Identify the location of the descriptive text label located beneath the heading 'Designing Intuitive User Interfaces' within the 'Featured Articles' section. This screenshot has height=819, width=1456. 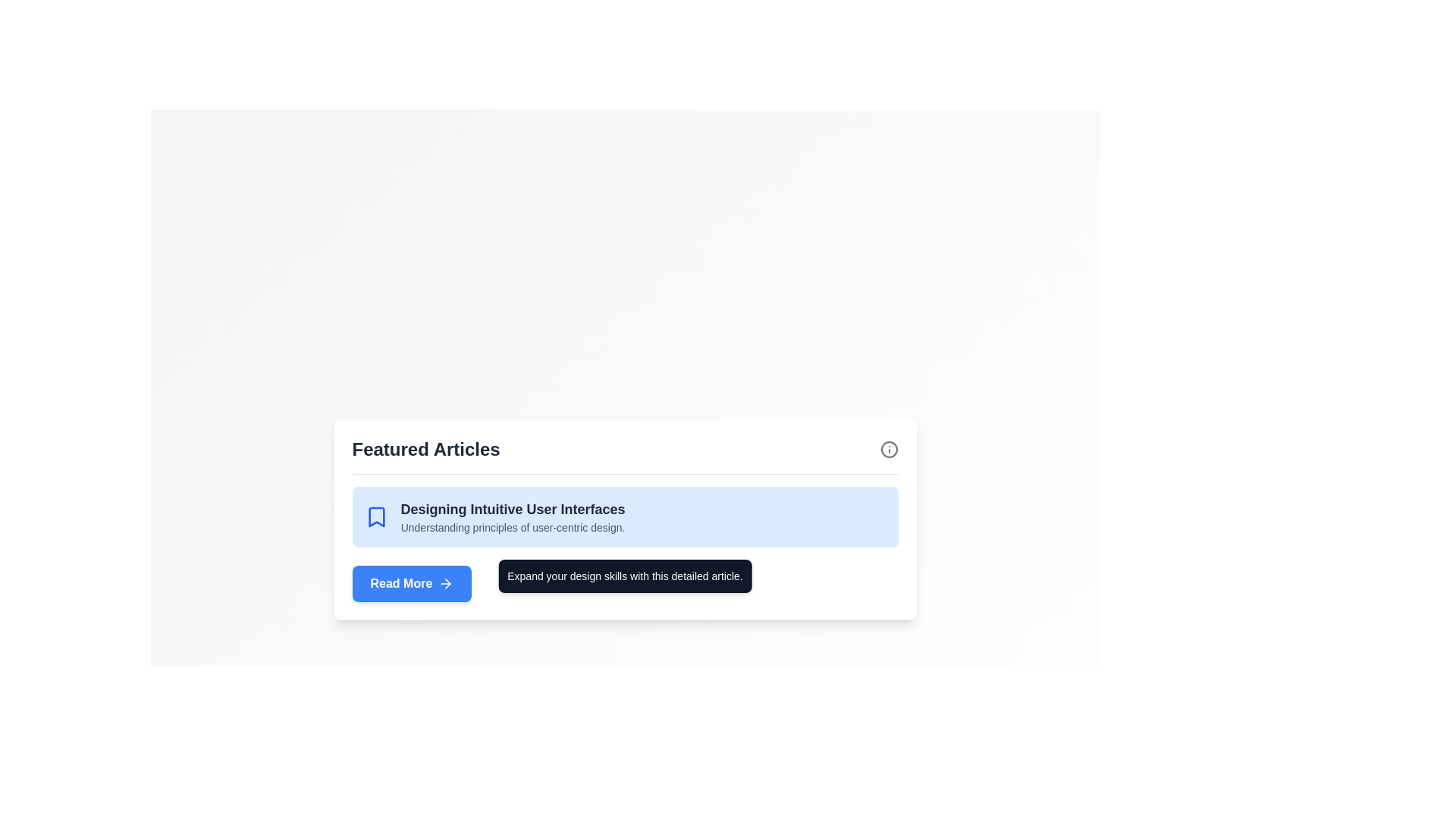
(513, 526).